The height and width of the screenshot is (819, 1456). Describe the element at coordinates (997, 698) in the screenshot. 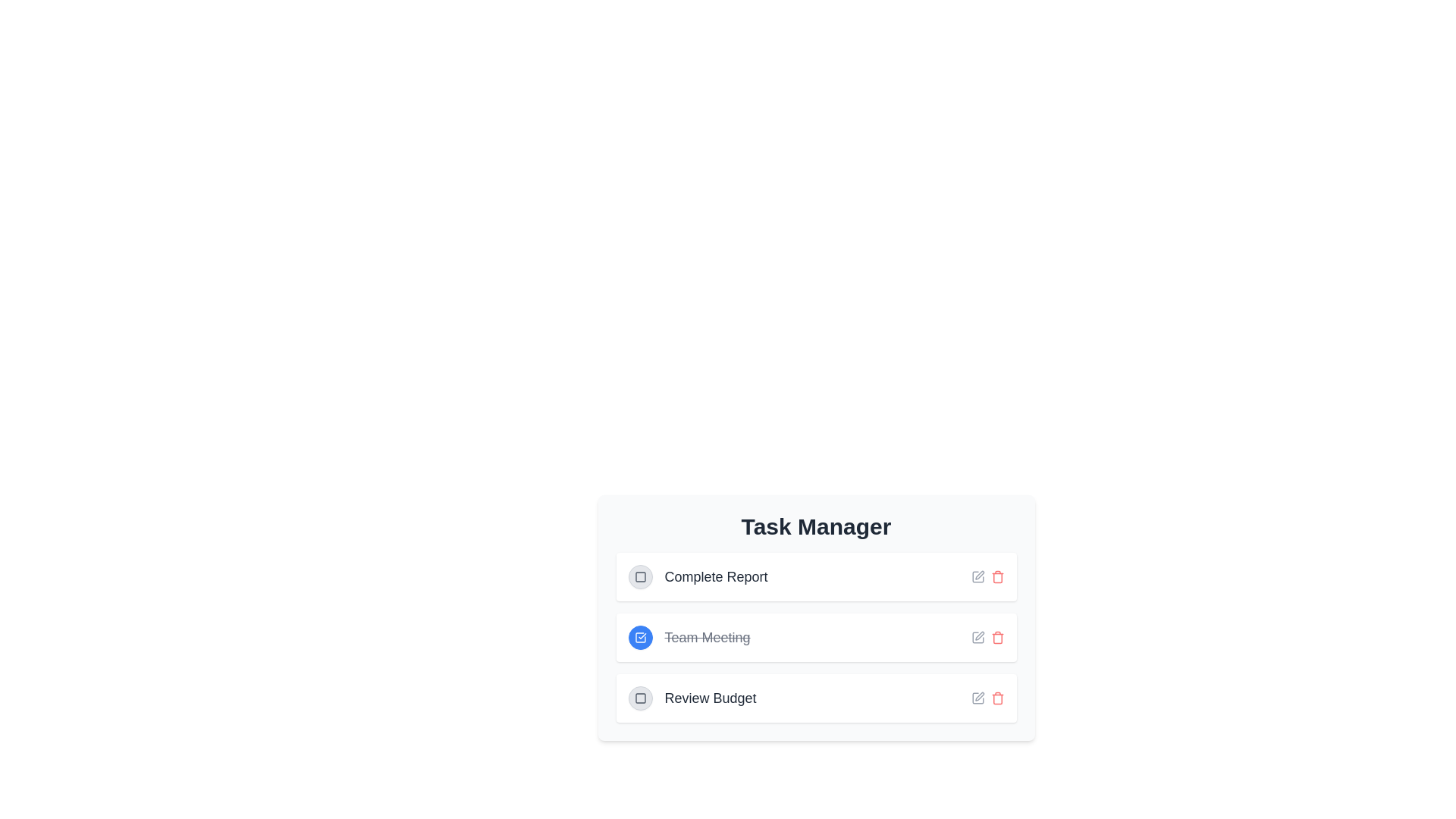

I see `the delete button for the task 'Review Budget'` at that location.